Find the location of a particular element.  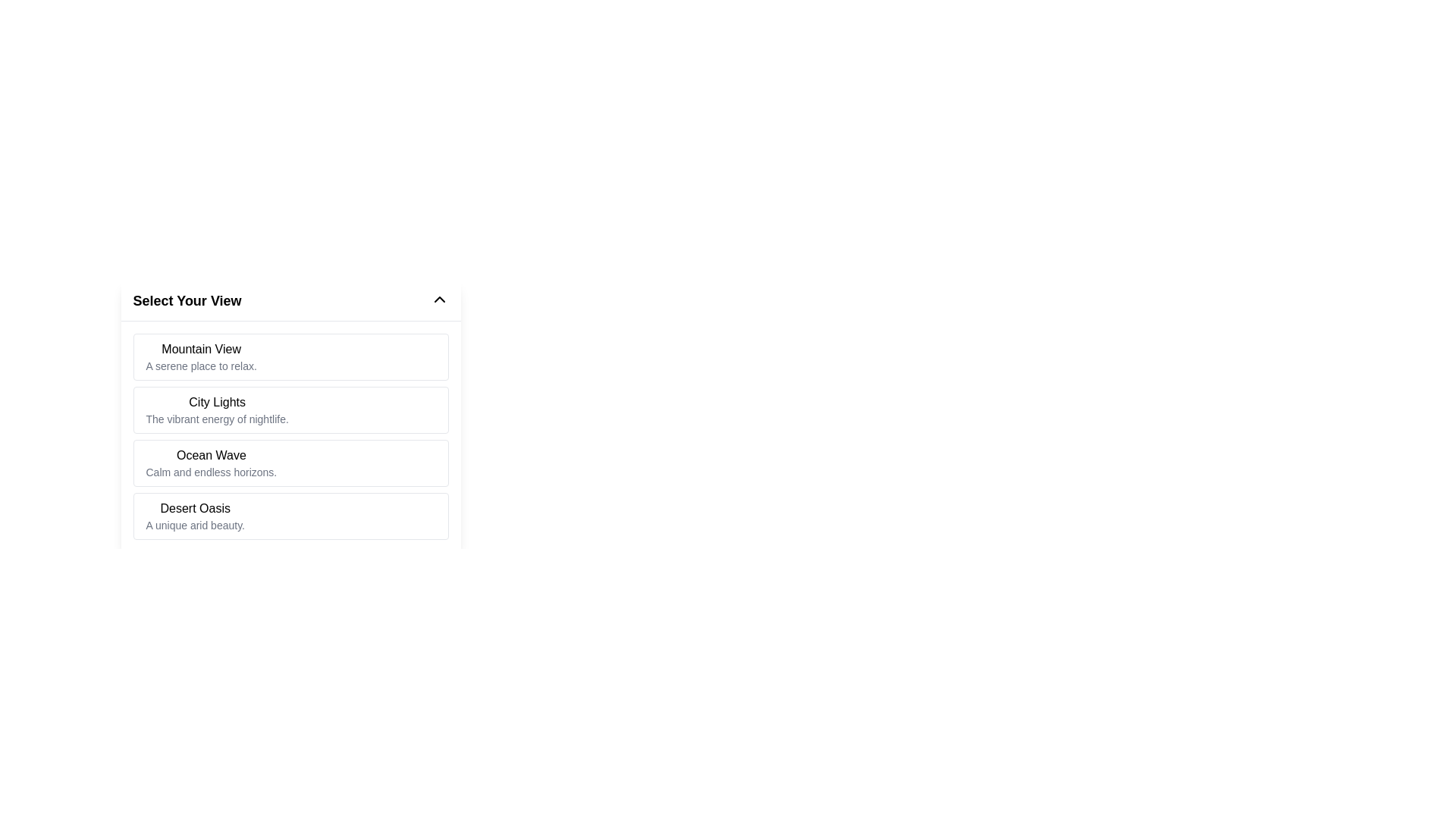

to select the list item labeled 'City Lights', which presents an option with the description 'The vibrant energy of nightlife.' It is the second item in a vertically stacked list, positioned centrally is located at coordinates (290, 409).